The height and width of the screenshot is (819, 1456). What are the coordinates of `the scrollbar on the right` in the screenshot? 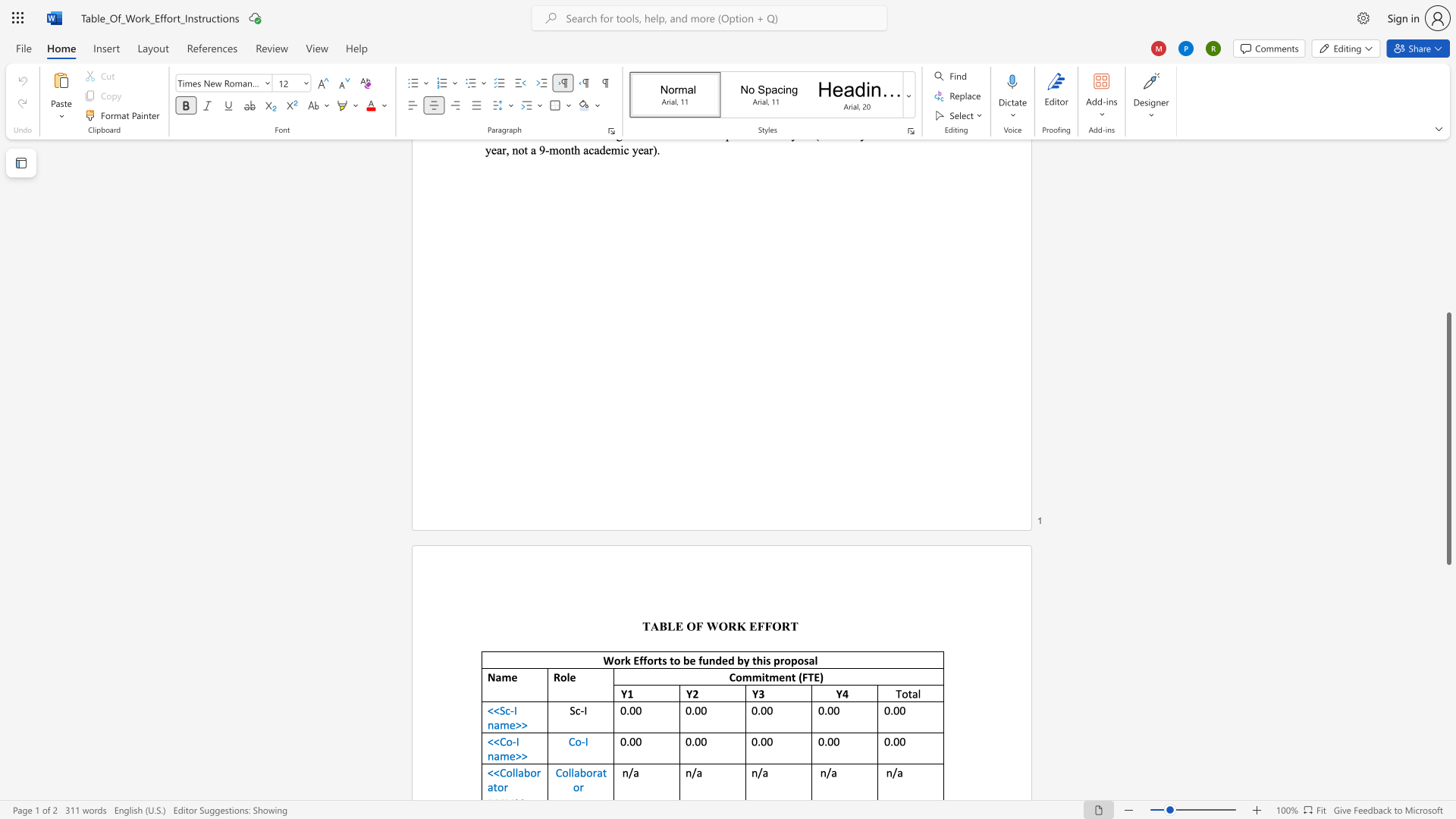 It's located at (1448, 234).